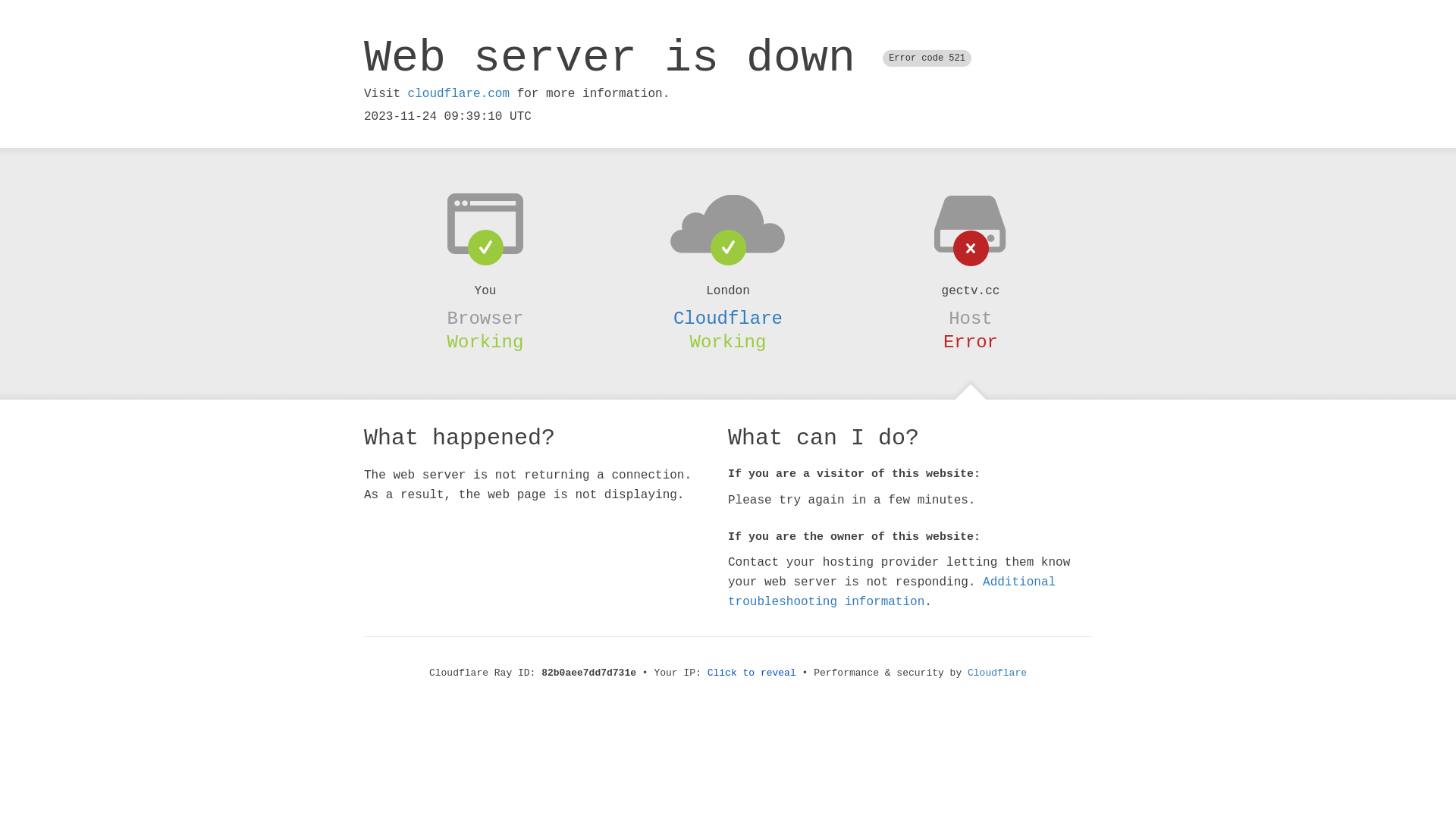 The width and height of the screenshot is (1456, 819). Describe the element at coordinates (457, 93) in the screenshot. I see `'cloudflare.com'` at that location.